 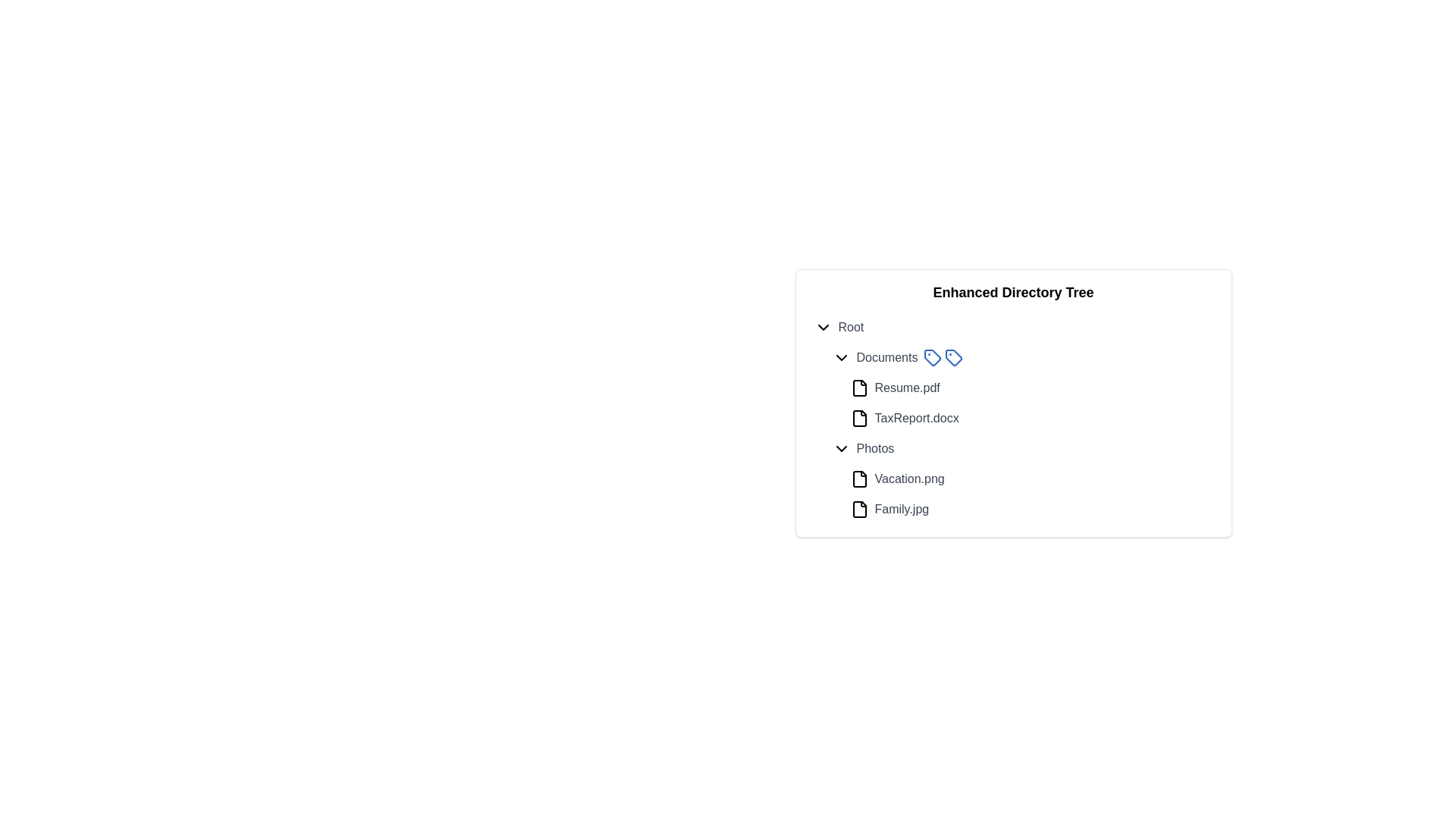 What do you see at coordinates (859, 388) in the screenshot?
I see `the decorative icon representing the PDF file type located at the far-left side of the 'Resume.pdf' list item in the 'Documents' folder within the 'Enhanced Directory Tree' interface` at bounding box center [859, 388].